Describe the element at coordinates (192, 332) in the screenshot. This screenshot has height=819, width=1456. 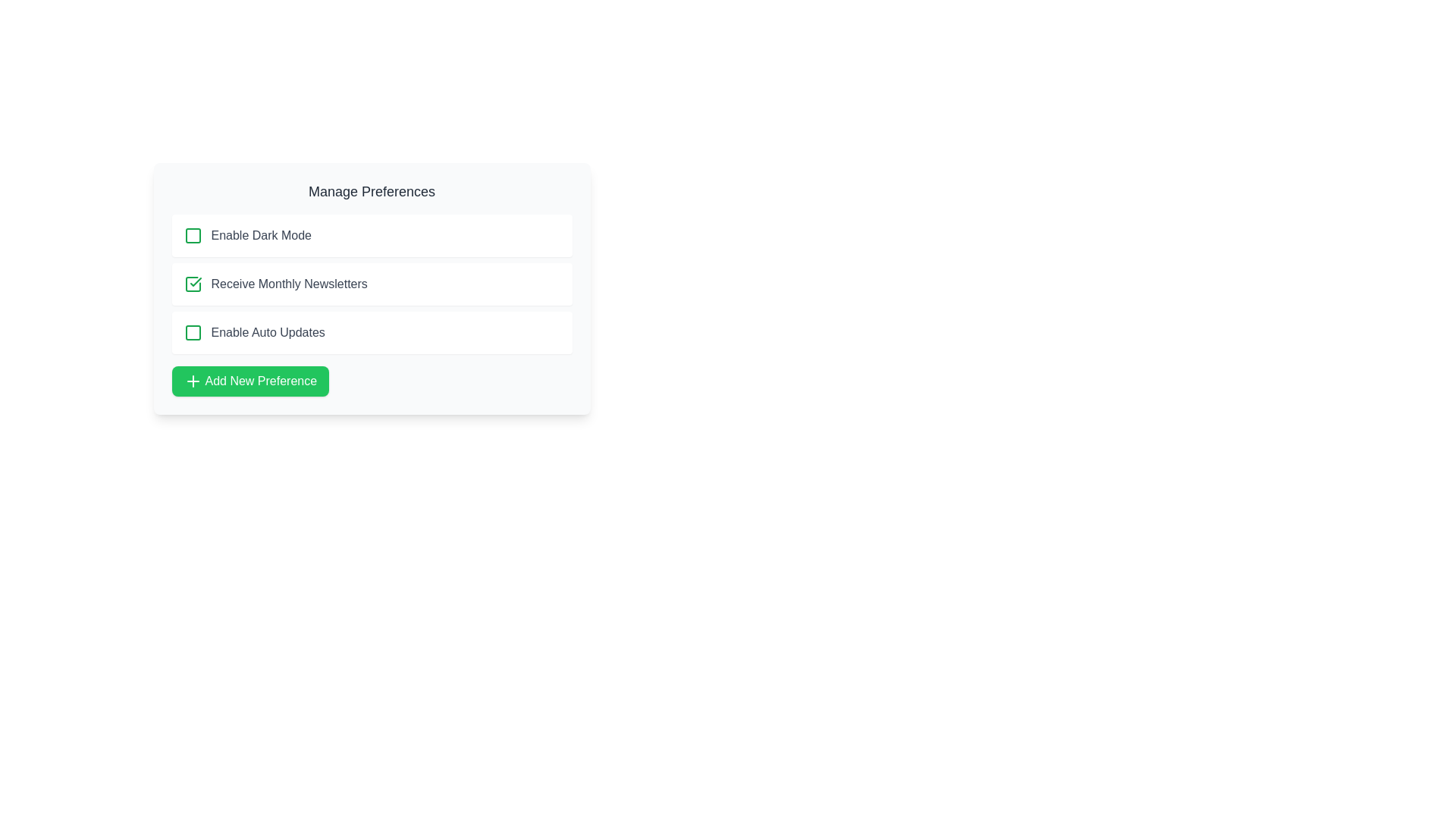
I see `the green-bordered checkbox icon located to the left of the text 'Enable Auto Updates'` at that location.